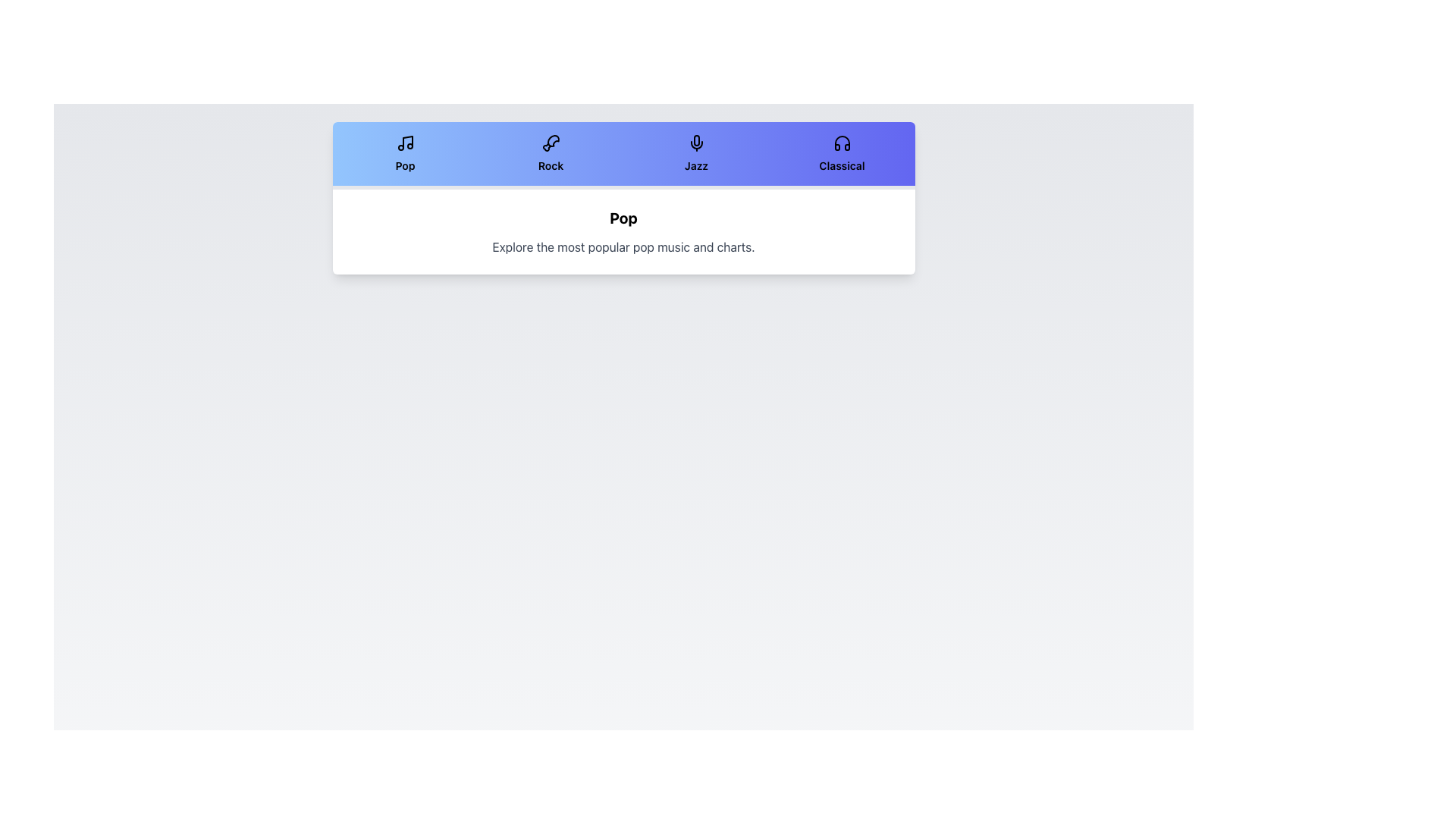  What do you see at coordinates (405, 154) in the screenshot?
I see `the 'Pop' tab navigation button located in the top navigation bar` at bounding box center [405, 154].